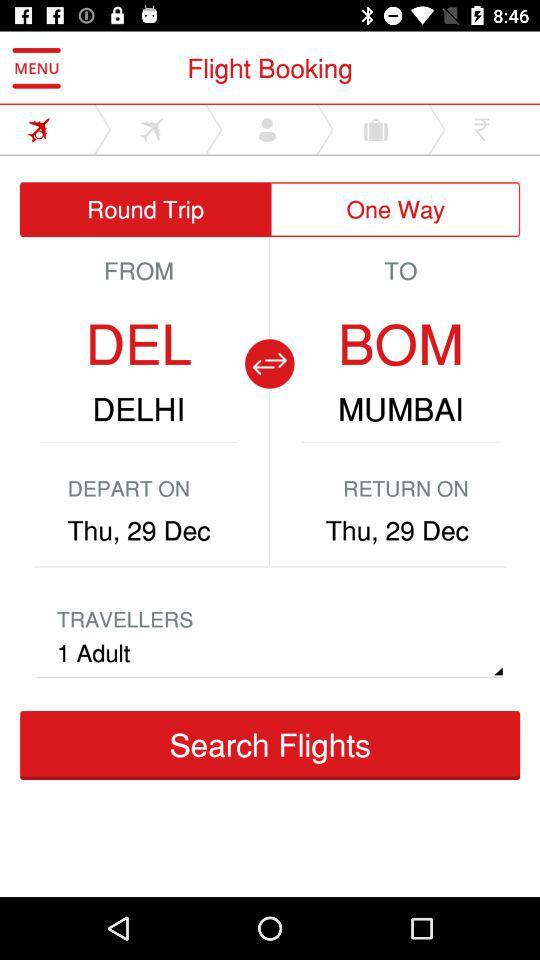  What do you see at coordinates (269, 362) in the screenshot?
I see `switch/flip icon` at bounding box center [269, 362].